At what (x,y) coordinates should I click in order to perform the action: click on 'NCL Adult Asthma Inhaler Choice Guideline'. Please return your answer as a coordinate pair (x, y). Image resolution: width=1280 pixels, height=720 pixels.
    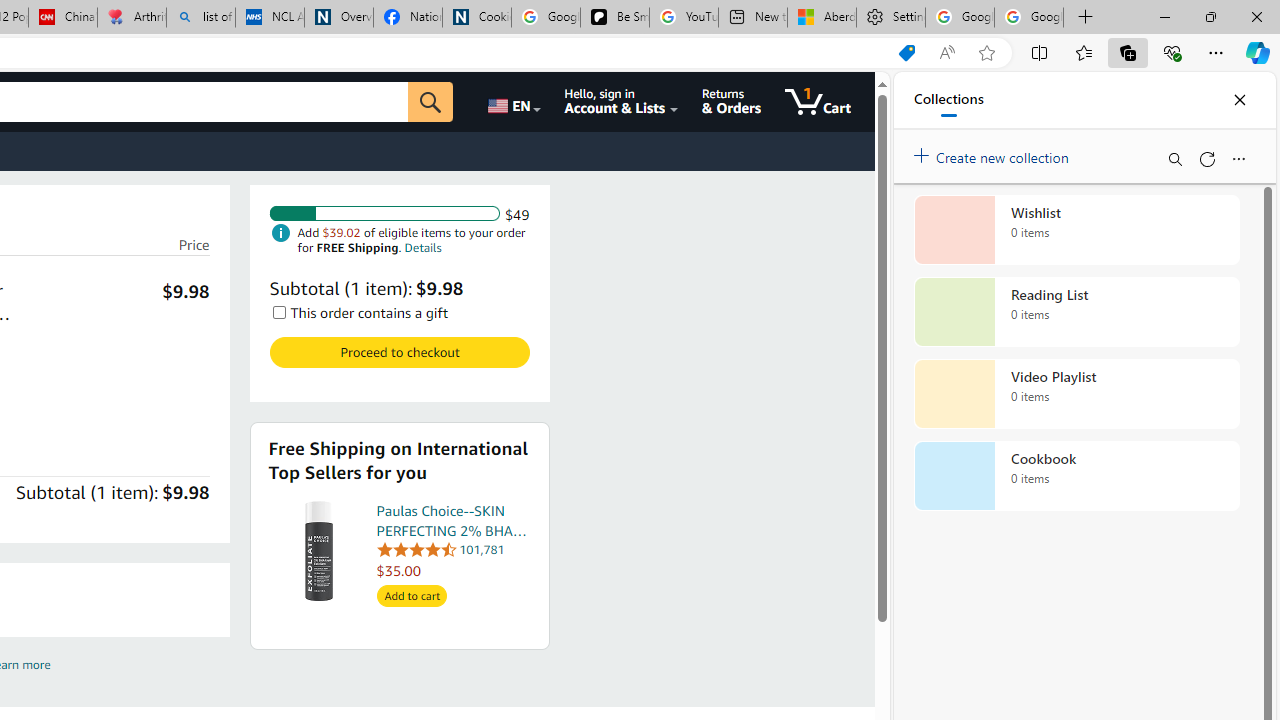
    Looking at the image, I should click on (269, 17).